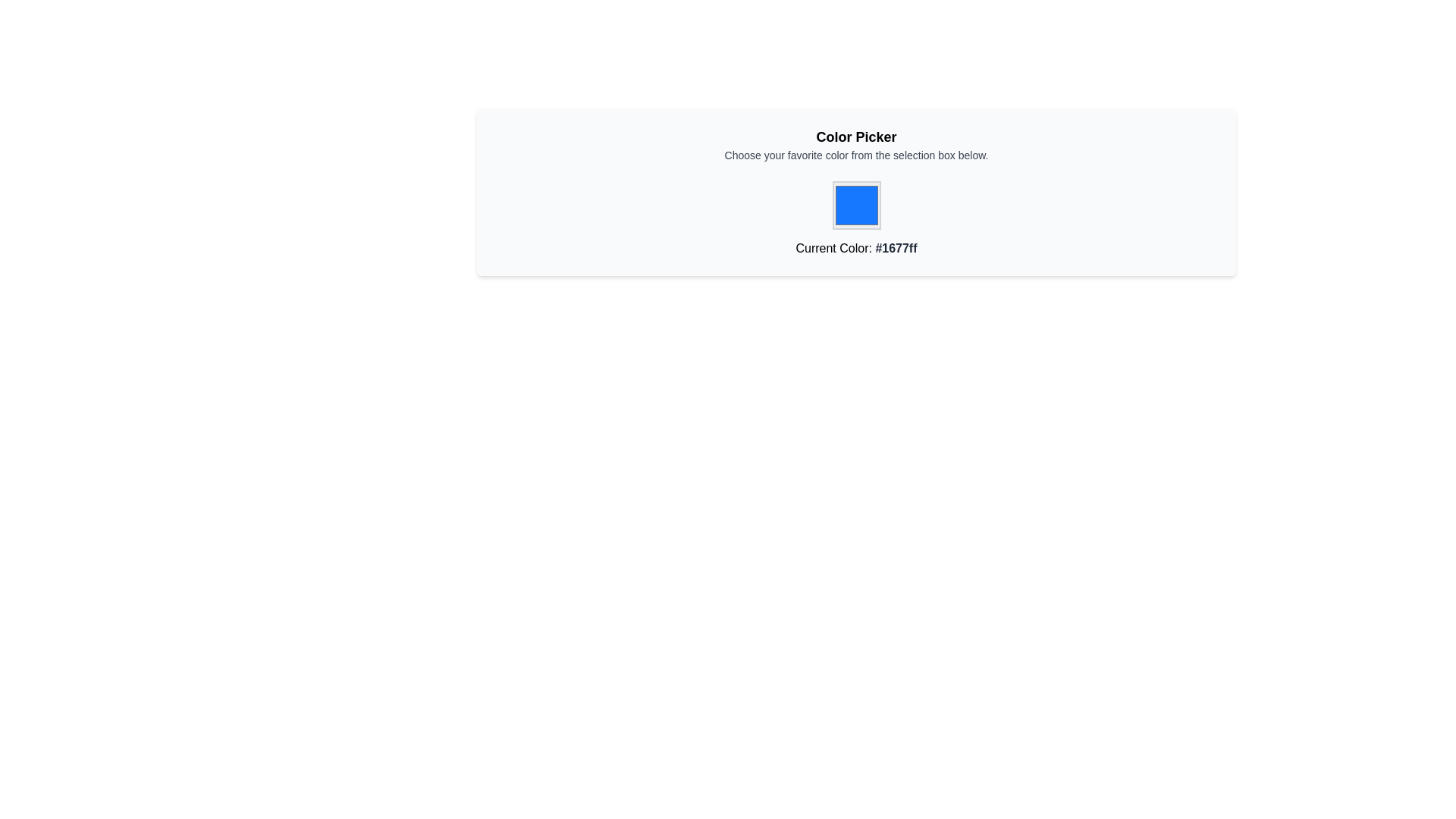 The image size is (1456, 819). I want to click on the Color display box which shows the currently selected color (blue) in the color picker interface, so click(856, 219).